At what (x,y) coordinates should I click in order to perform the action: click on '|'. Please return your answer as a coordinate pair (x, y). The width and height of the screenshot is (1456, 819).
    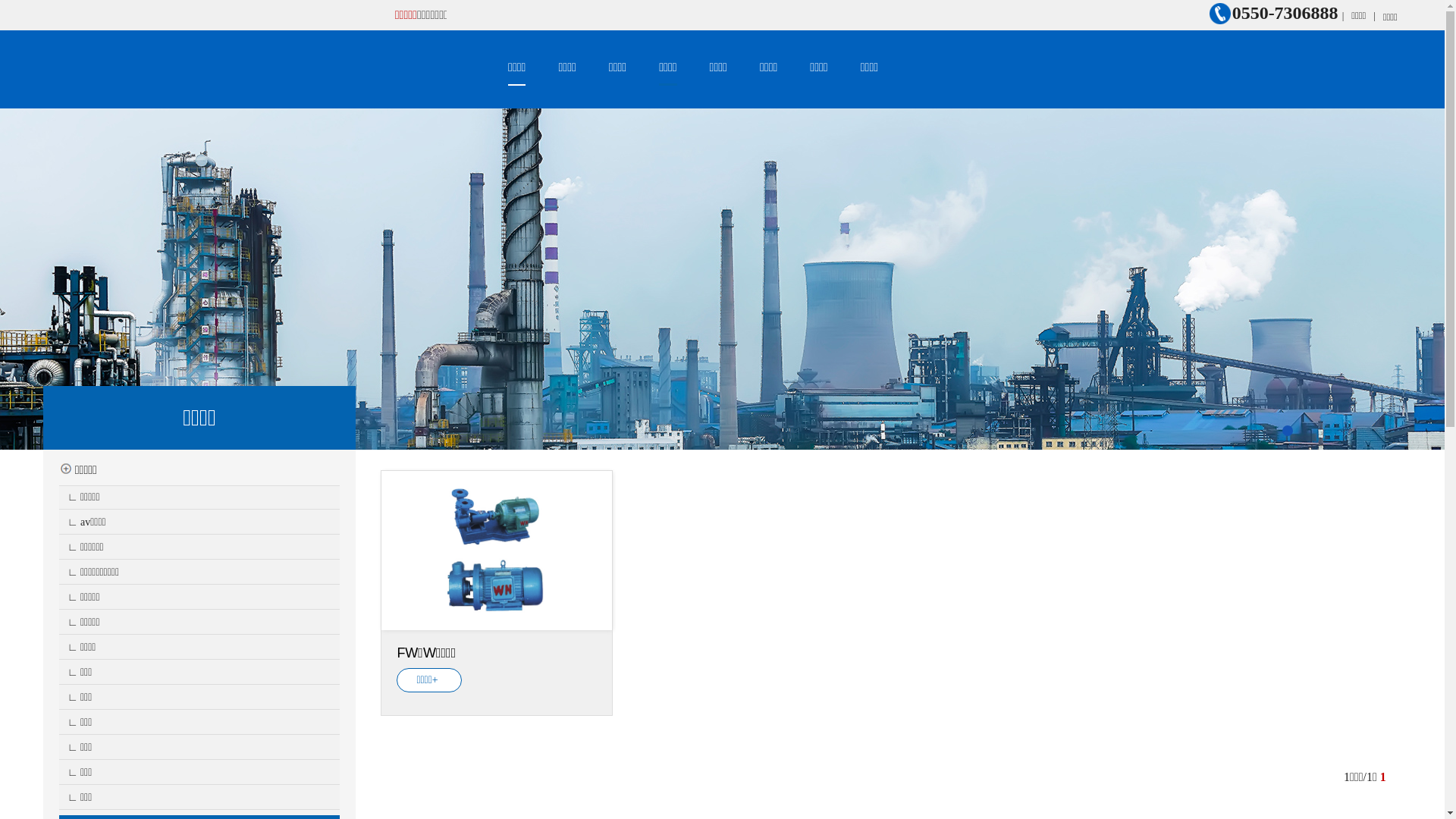
    Looking at the image, I should click on (1374, 15).